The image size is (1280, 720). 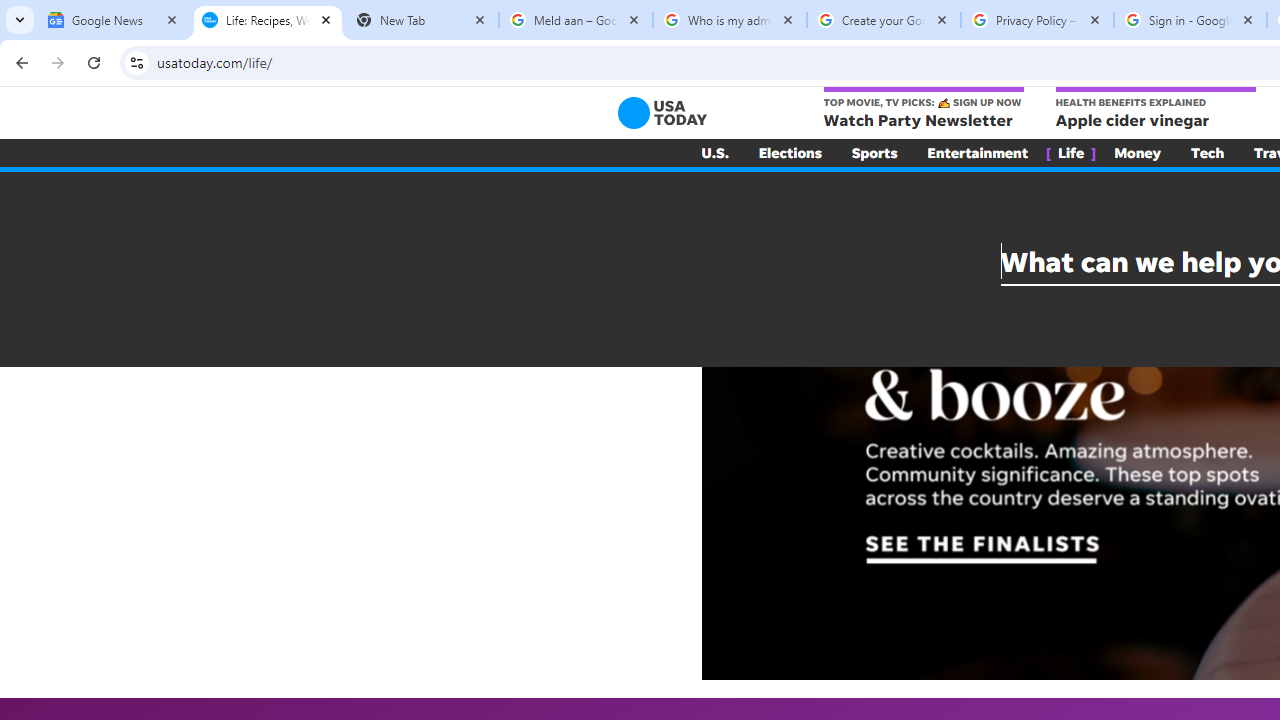 I want to click on 'Sign in - Google Accounts', so click(x=1190, y=20).